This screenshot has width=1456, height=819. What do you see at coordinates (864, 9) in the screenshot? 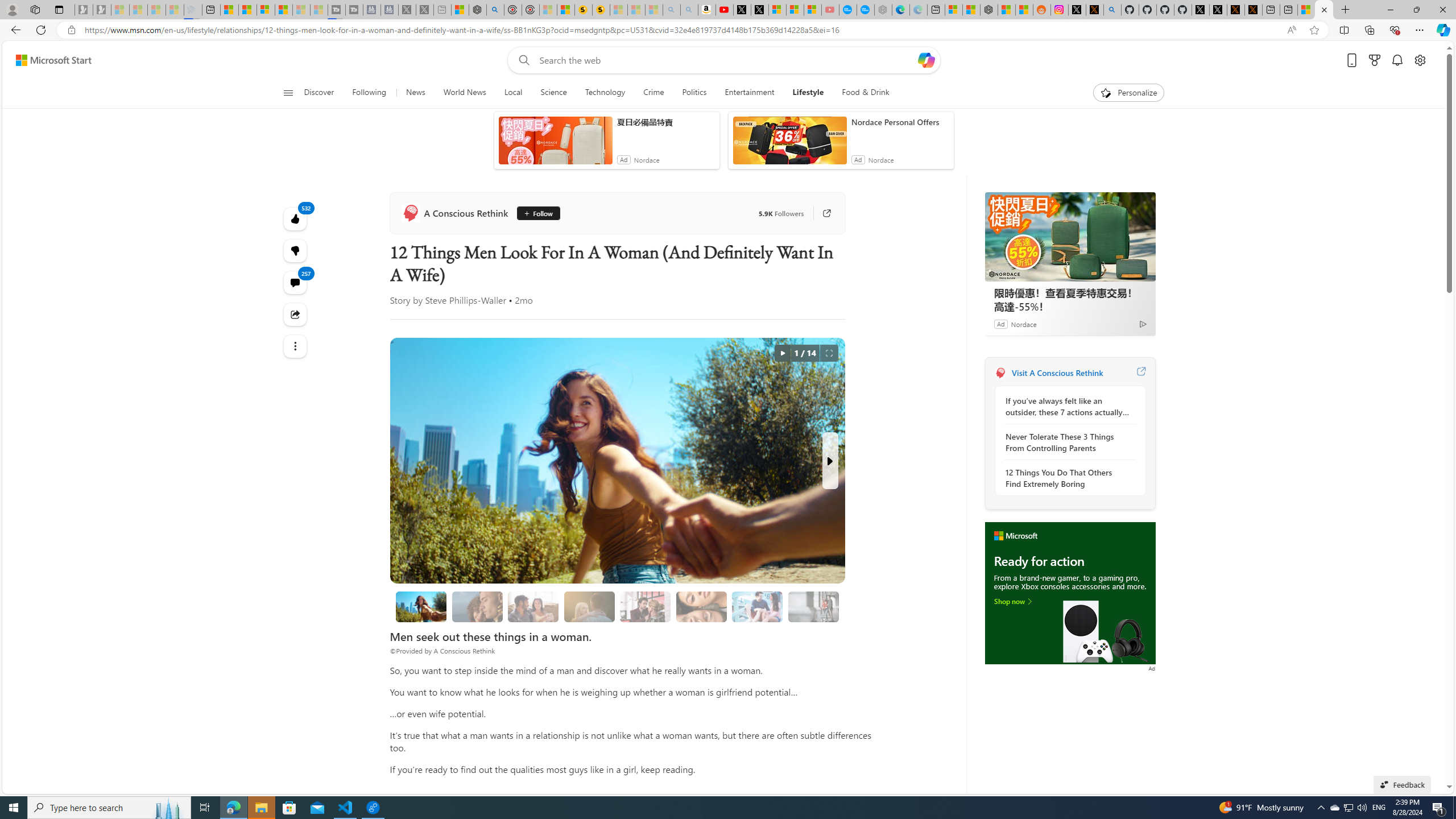
I see `'The most popular Google '` at bounding box center [864, 9].